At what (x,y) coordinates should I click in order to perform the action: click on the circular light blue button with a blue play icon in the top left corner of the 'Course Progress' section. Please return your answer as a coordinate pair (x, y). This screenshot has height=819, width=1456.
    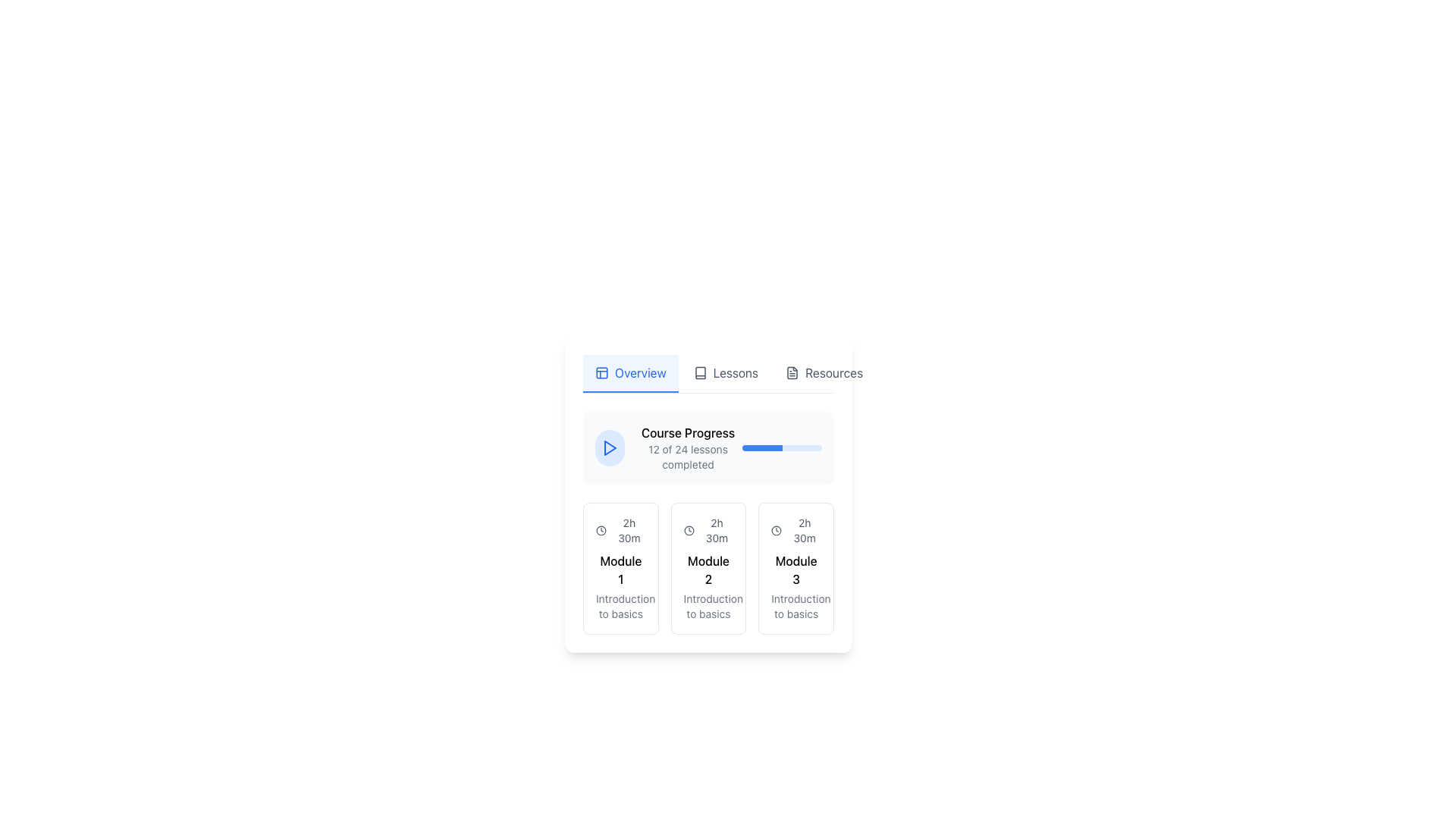
    Looking at the image, I should click on (610, 447).